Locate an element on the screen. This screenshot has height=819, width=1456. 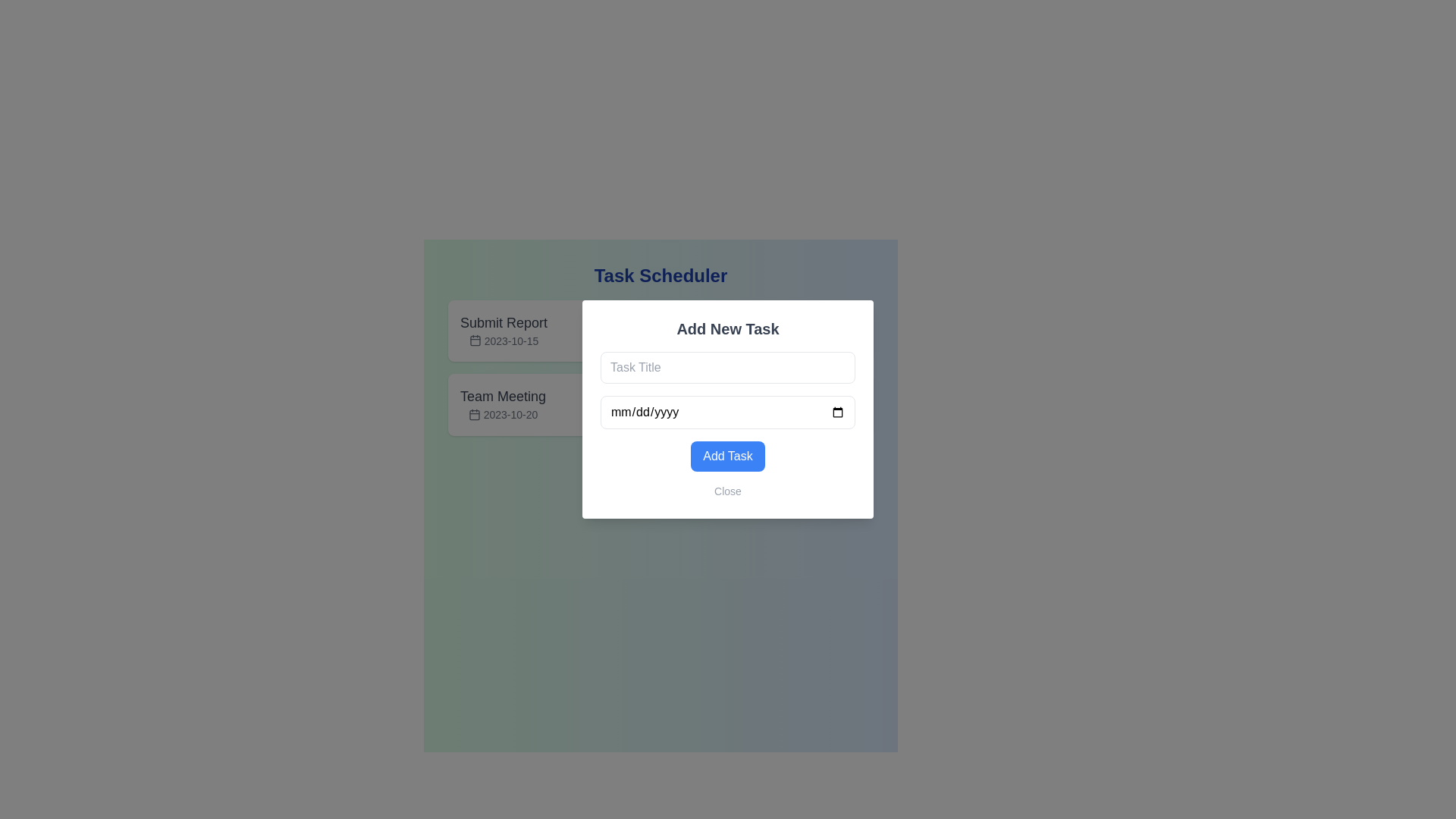
the bold, large-sized text label reading 'Add New Task' located at the top of the modal dialog box is located at coordinates (728, 328).